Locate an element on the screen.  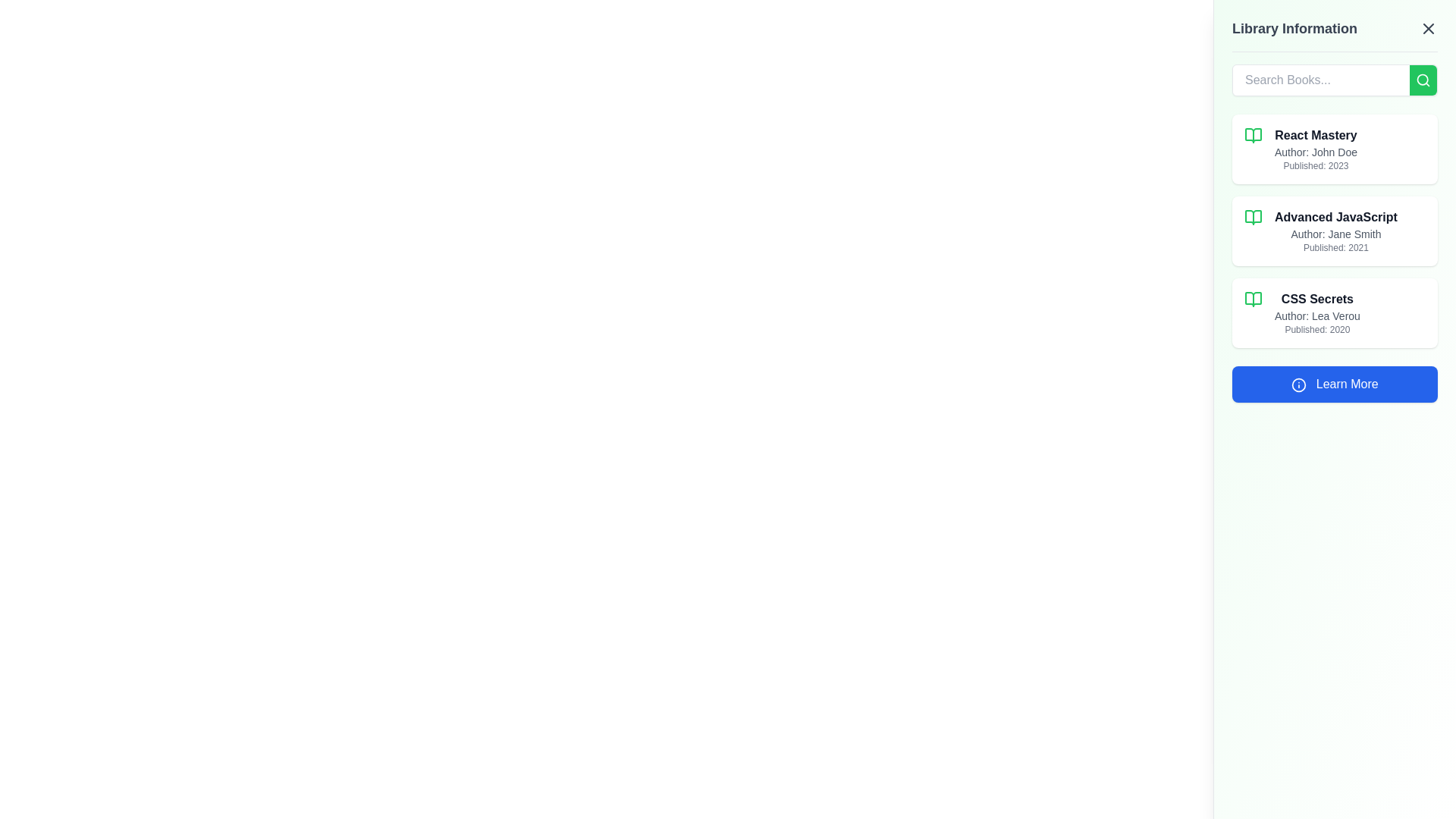
the text label displaying 'Published: 2020', which is styled in light gray and is positioned below 'Author: Lea Verou' within the 'CSS Secrets' book entry is located at coordinates (1316, 329).